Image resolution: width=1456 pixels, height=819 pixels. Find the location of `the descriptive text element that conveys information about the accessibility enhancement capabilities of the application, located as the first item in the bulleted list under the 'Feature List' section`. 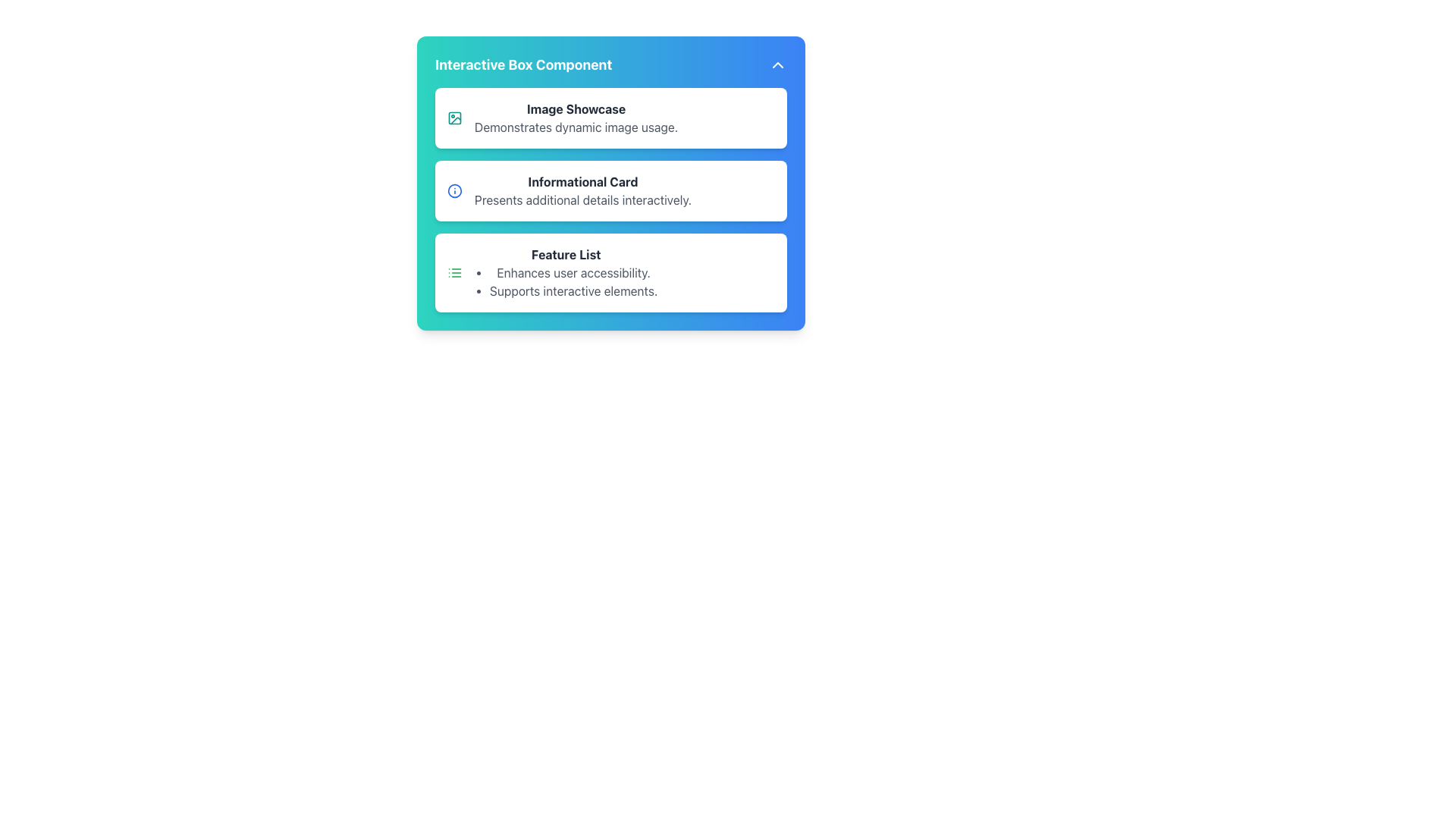

the descriptive text element that conveys information about the accessibility enhancement capabilities of the application, located as the first item in the bulleted list under the 'Feature List' section is located at coordinates (573, 271).